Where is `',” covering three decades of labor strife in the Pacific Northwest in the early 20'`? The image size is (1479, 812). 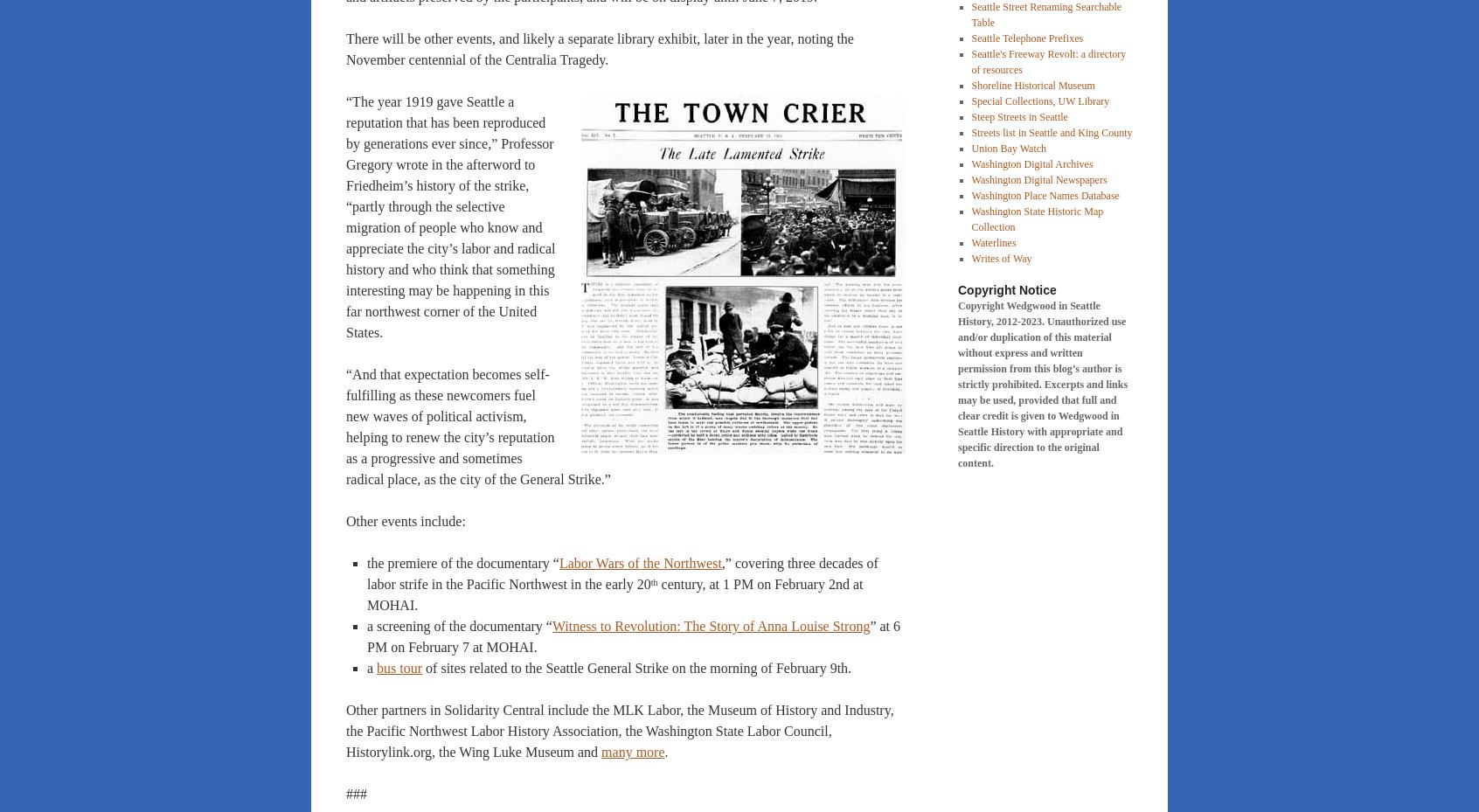
',” covering three decades of labor strife in the Pacific Northwest in the early 20' is located at coordinates (621, 573).